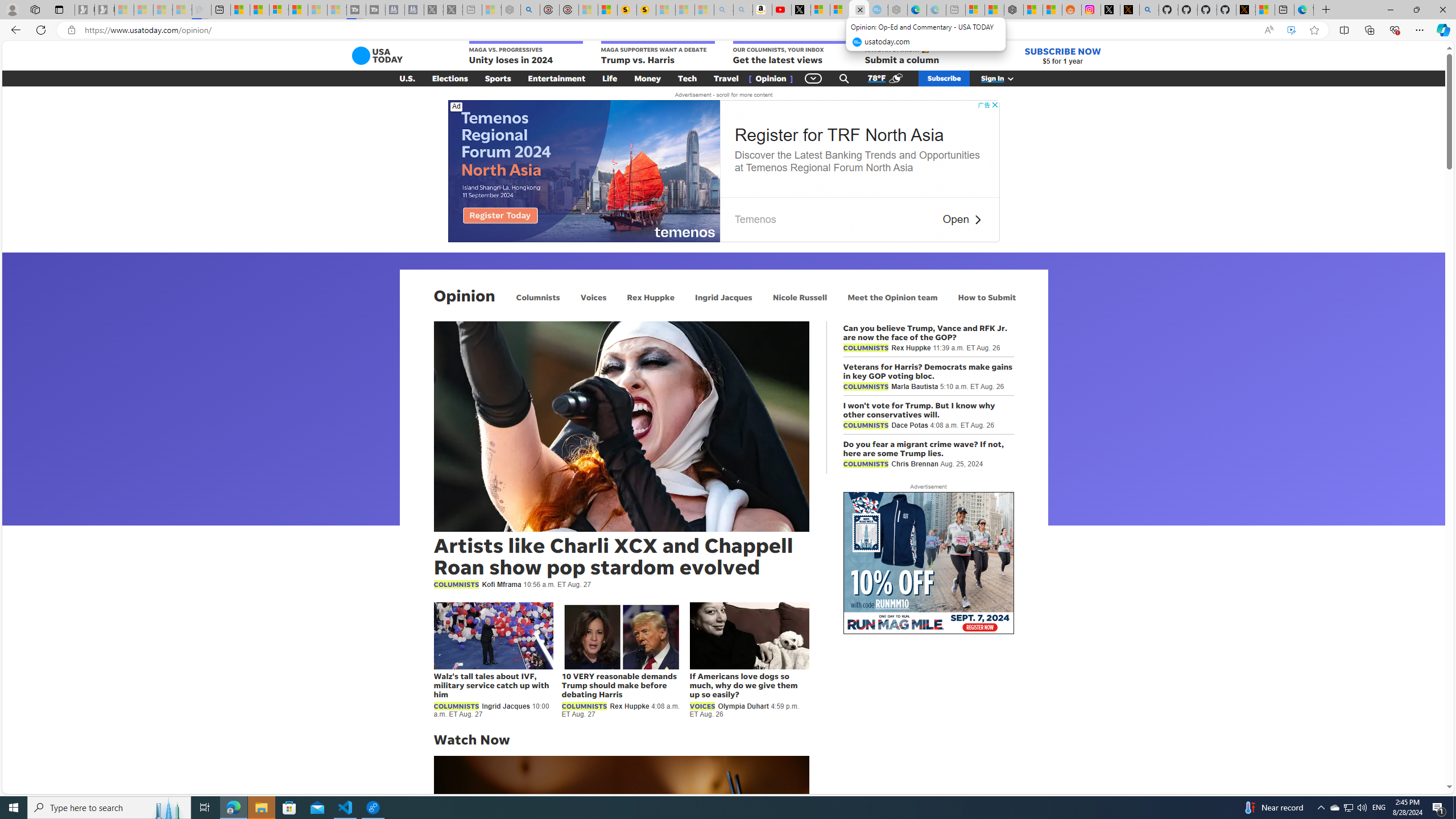  Describe the element at coordinates (1110, 9) in the screenshot. I see `'Log in to X / X'` at that location.